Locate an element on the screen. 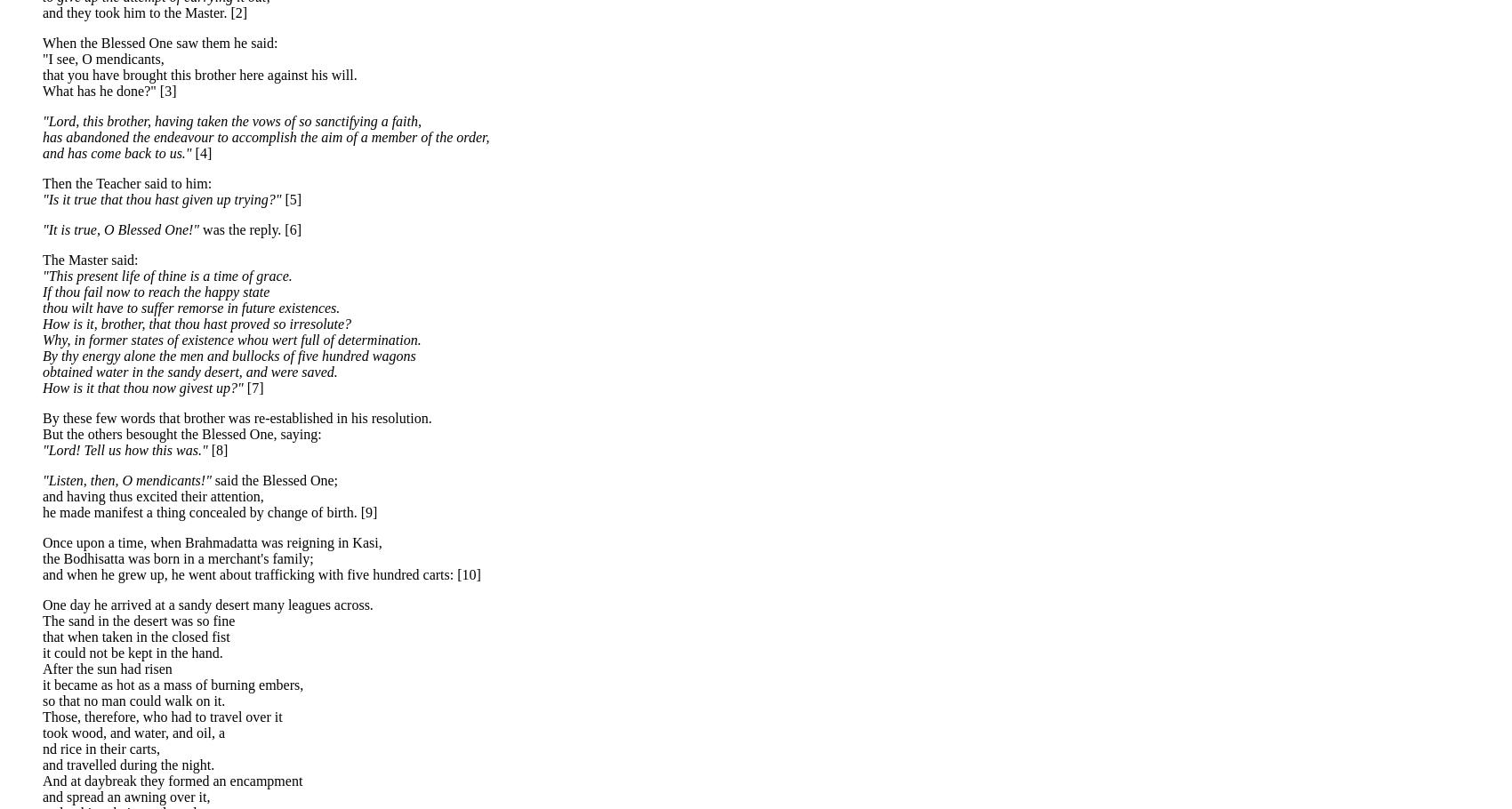  'Why,  in former states of existence whou  wert full  of determination.' is located at coordinates (231, 339).